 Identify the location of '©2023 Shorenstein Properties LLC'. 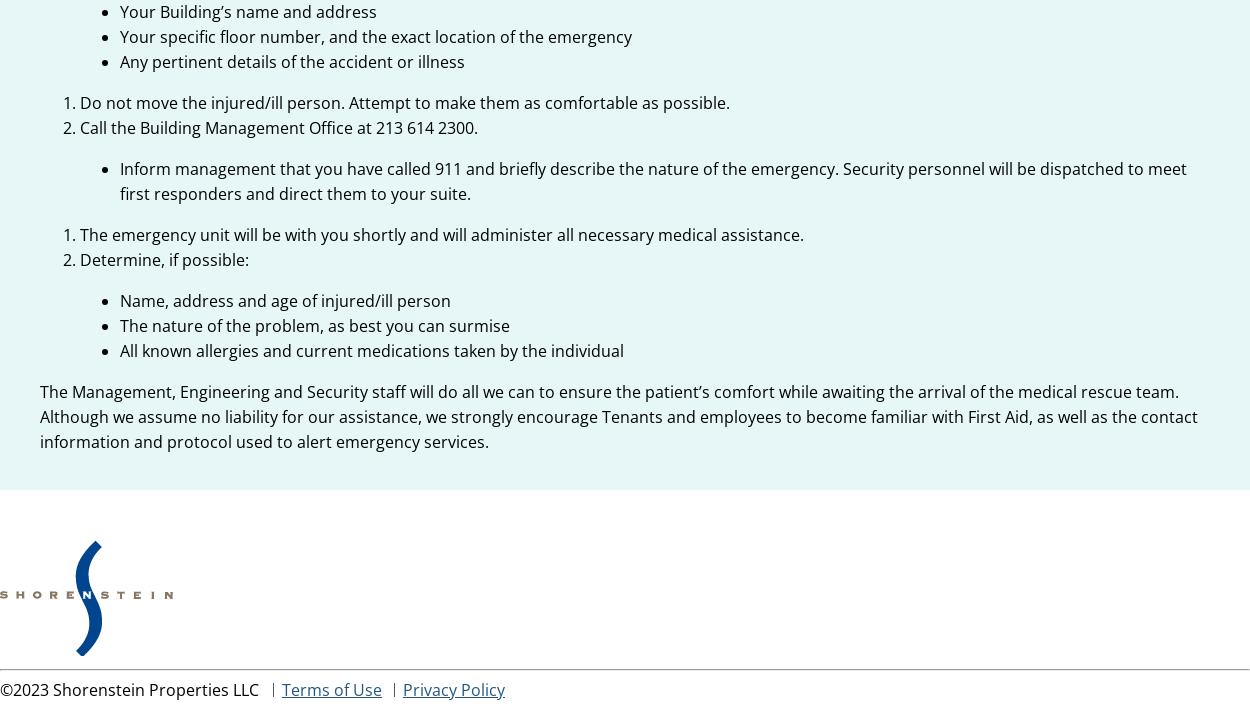
(131, 688).